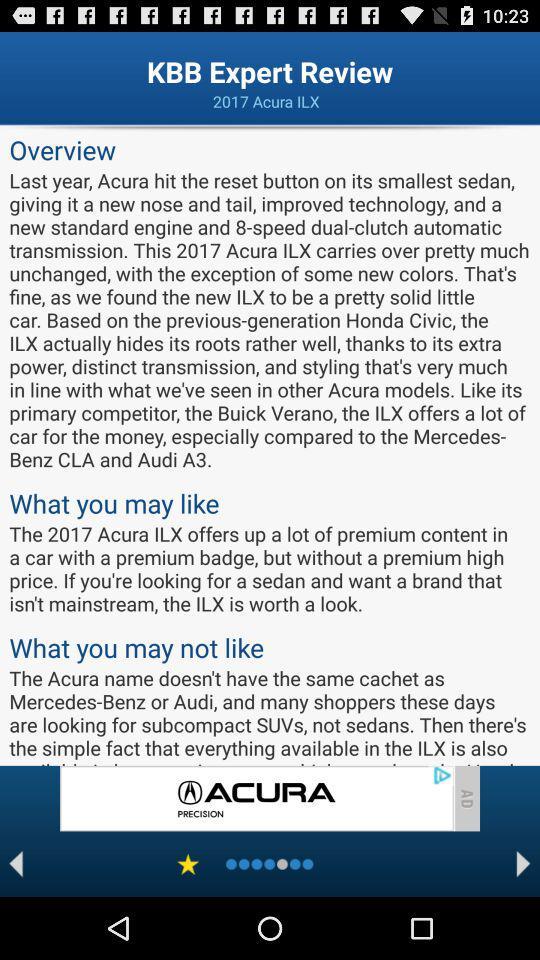 The image size is (540, 960). What do you see at coordinates (188, 924) in the screenshot?
I see `the star icon` at bounding box center [188, 924].